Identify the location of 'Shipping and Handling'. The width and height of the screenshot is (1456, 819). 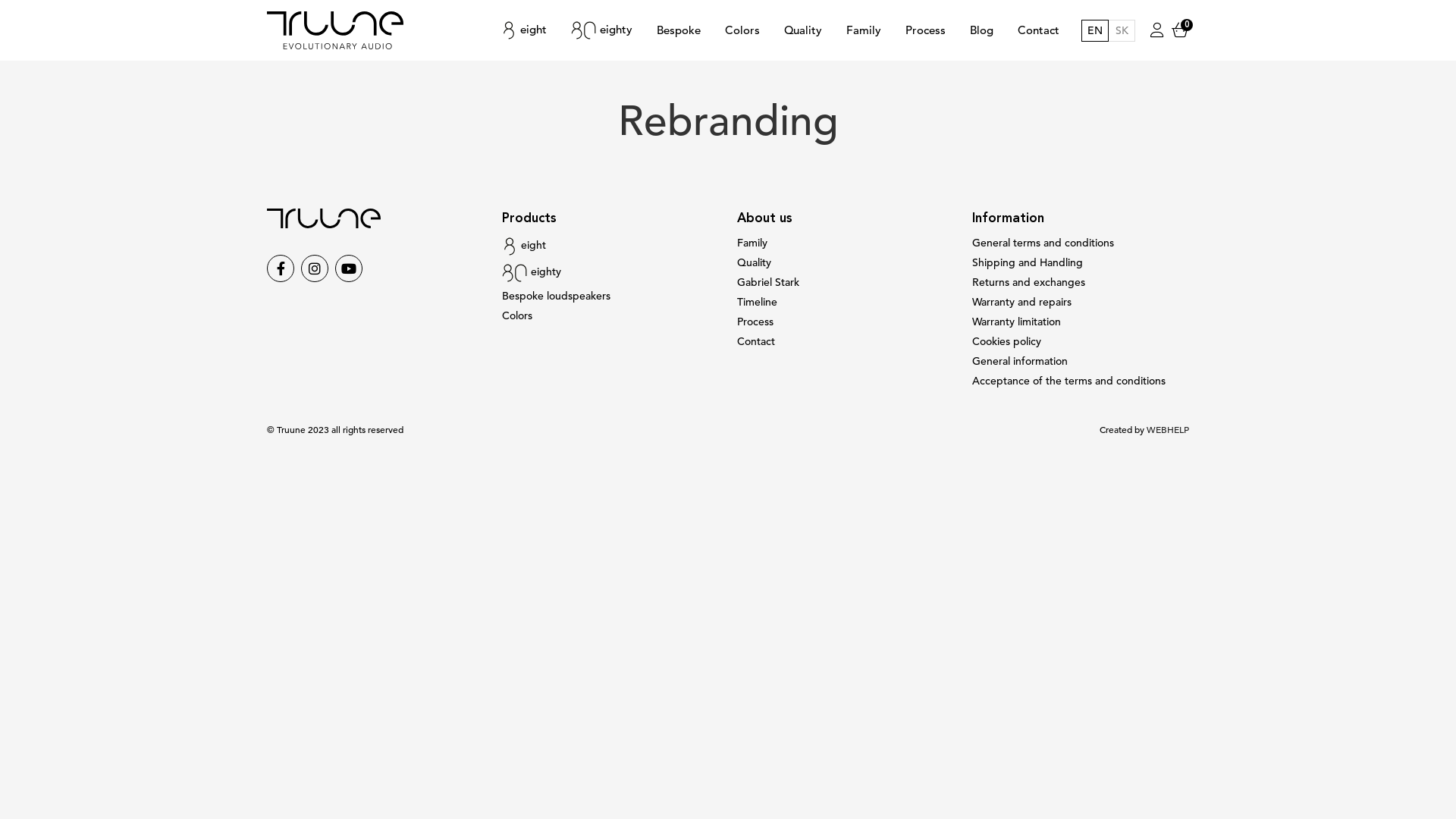
(1027, 262).